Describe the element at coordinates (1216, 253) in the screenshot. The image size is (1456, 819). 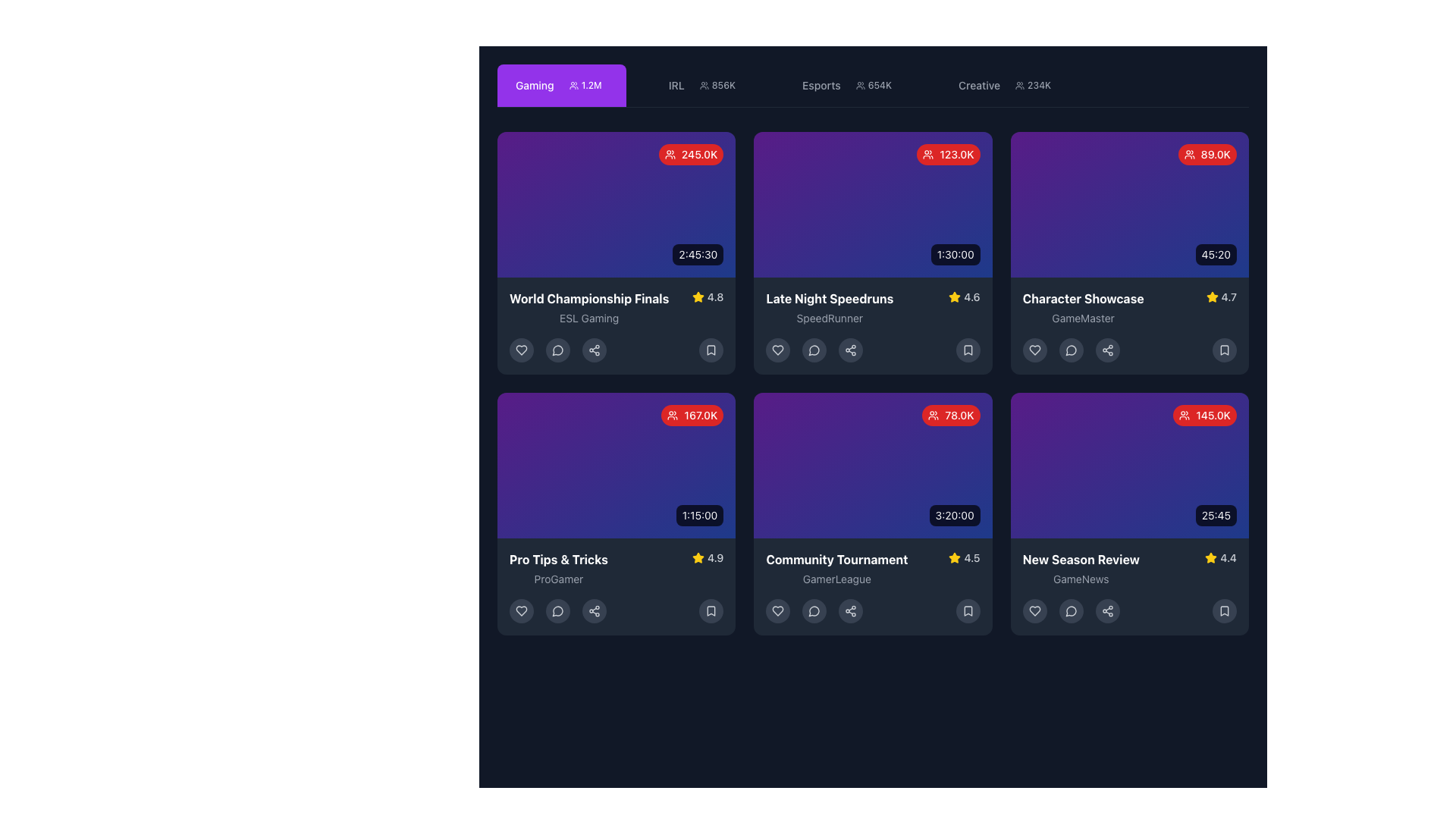
I see `the displayed duration on the rectangular time label with a black background and white text showing '45:20', located at the bottom-right corner of the 'Character Showcase' card` at that location.